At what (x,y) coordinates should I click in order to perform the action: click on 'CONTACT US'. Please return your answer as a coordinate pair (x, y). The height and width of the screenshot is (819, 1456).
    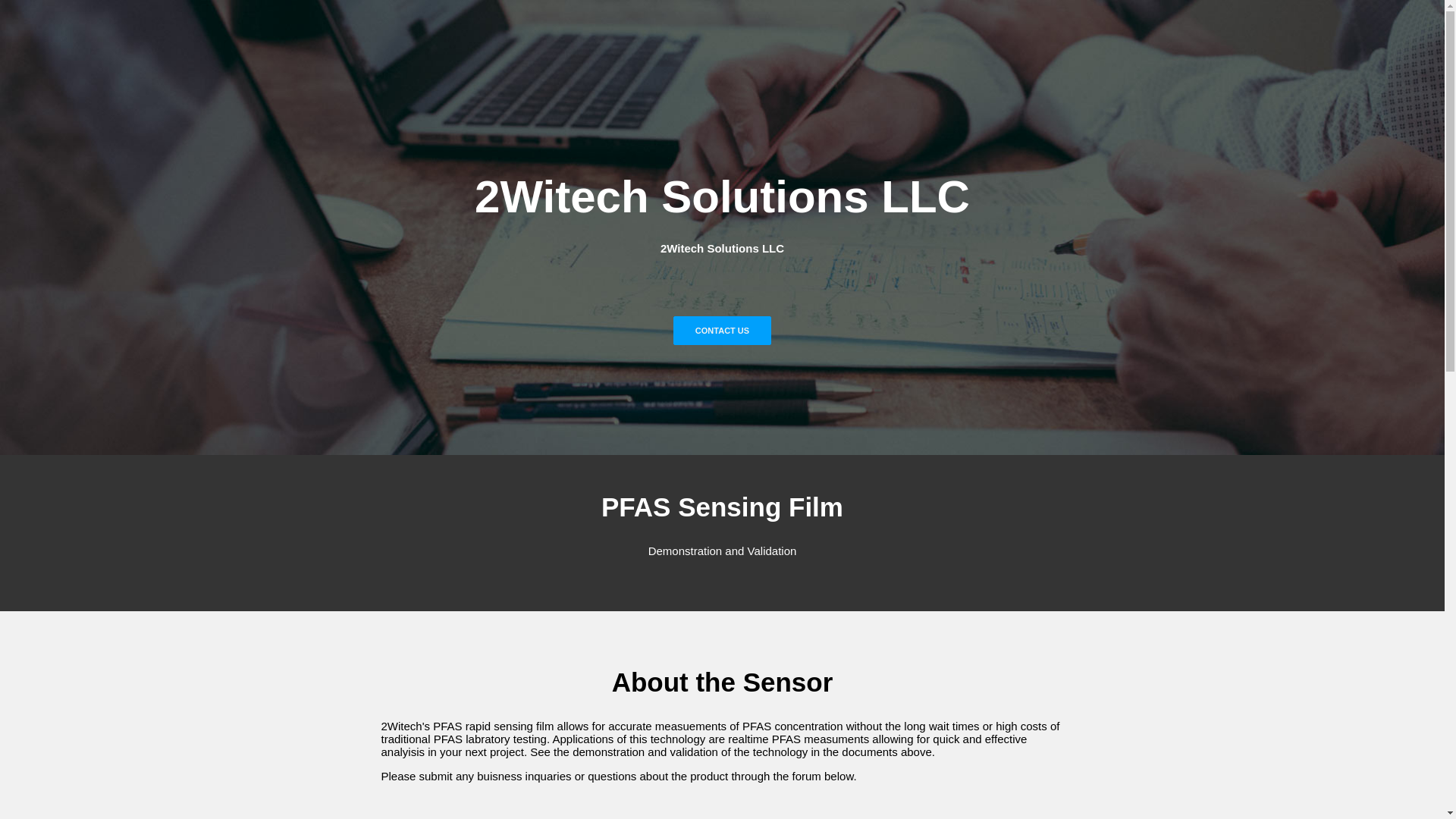
    Looking at the image, I should click on (673, 329).